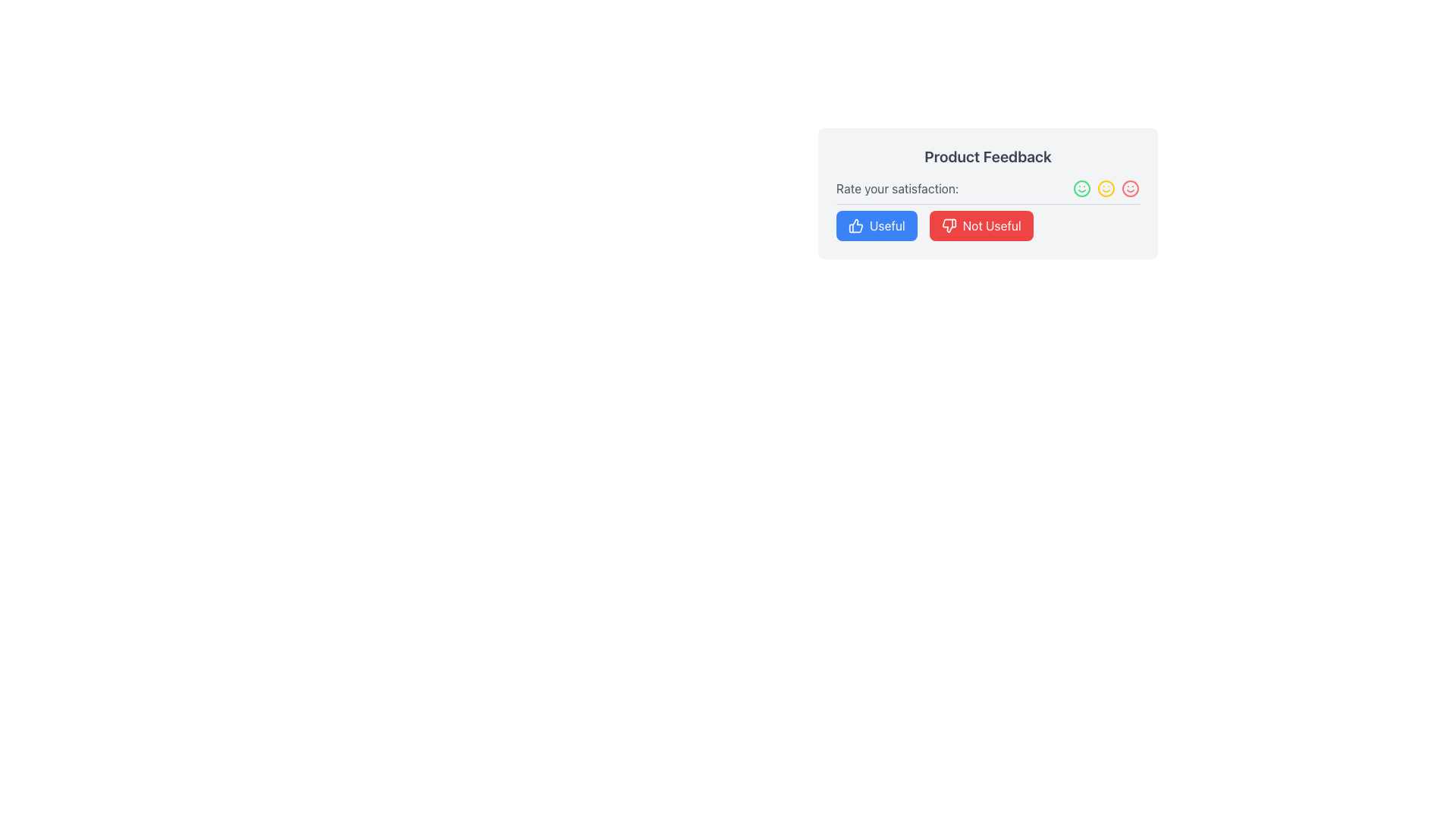  What do you see at coordinates (948, 225) in the screenshot?
I see `the 'Not Useful' button icon, which represents a negative rating option located on the right side of the button group in the feedback section` at bounding box center [948, 225].